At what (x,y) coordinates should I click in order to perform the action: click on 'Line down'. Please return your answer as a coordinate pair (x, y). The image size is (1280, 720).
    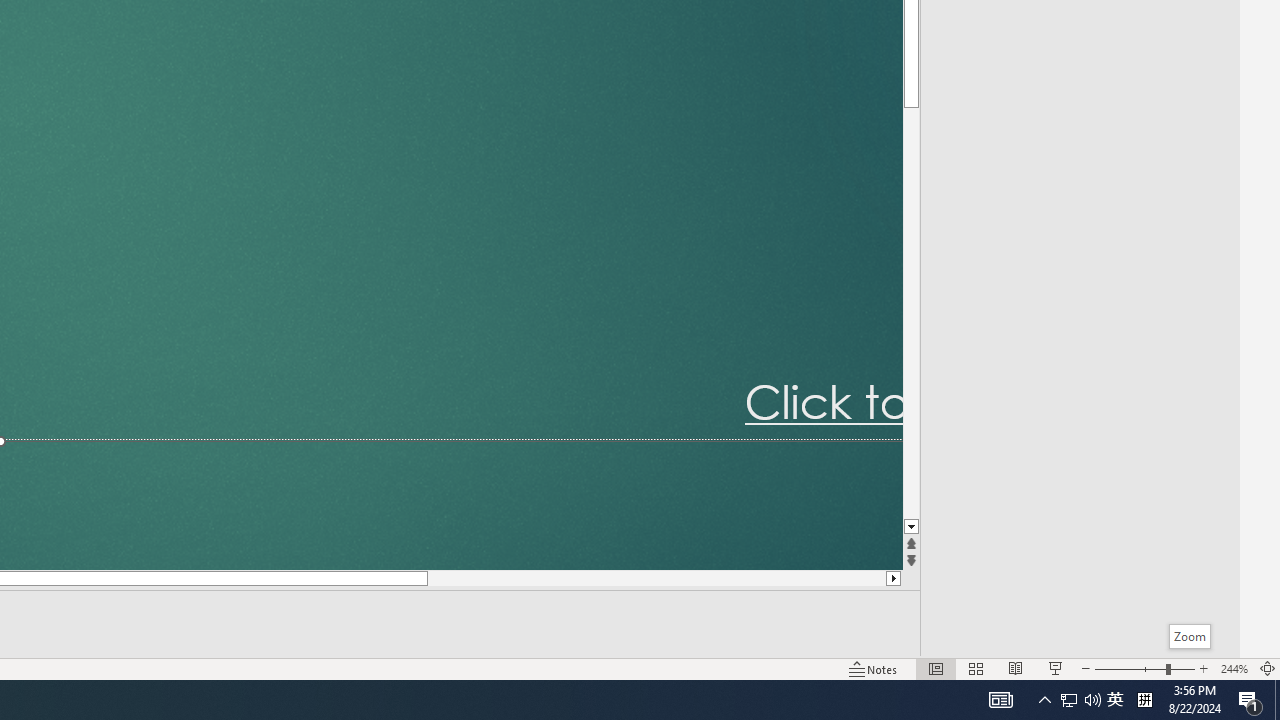
    Looking at the image, I should click on (910, 526).